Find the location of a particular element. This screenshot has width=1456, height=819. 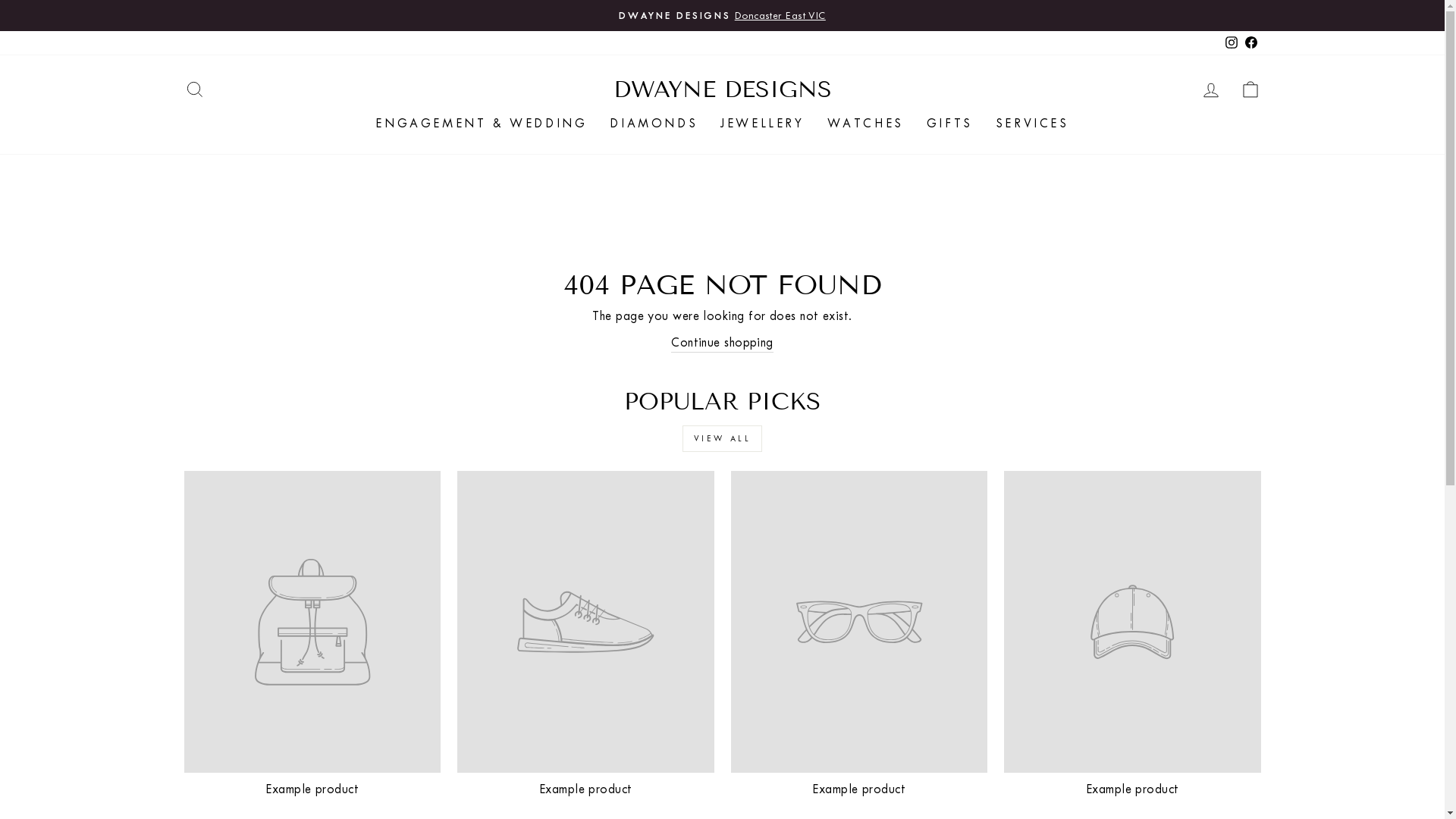

'DIAMONDS' is located at coordinates (654, 122).